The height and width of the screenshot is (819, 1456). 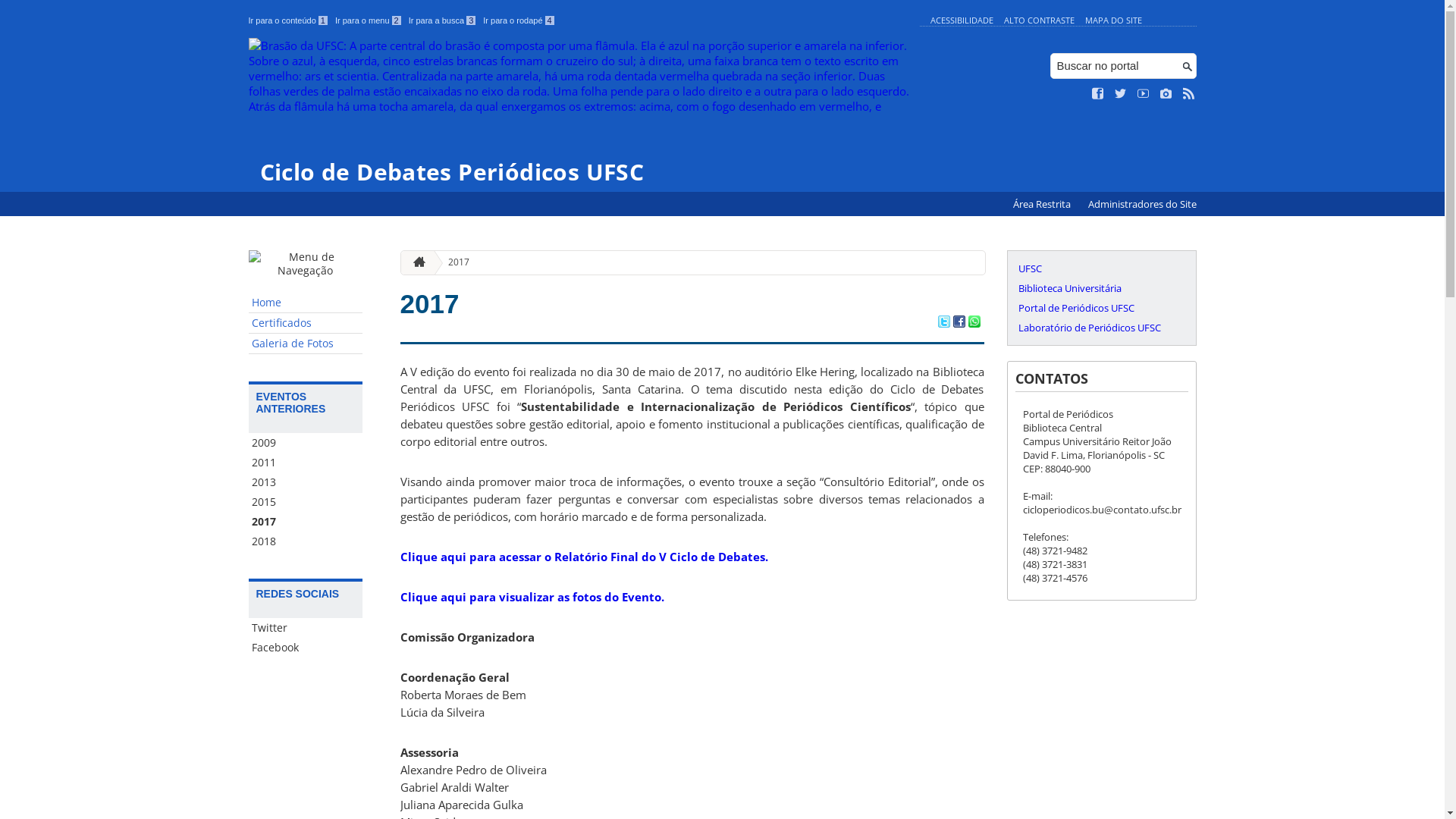 I want to click on '2009', so click(x=305, y=442).